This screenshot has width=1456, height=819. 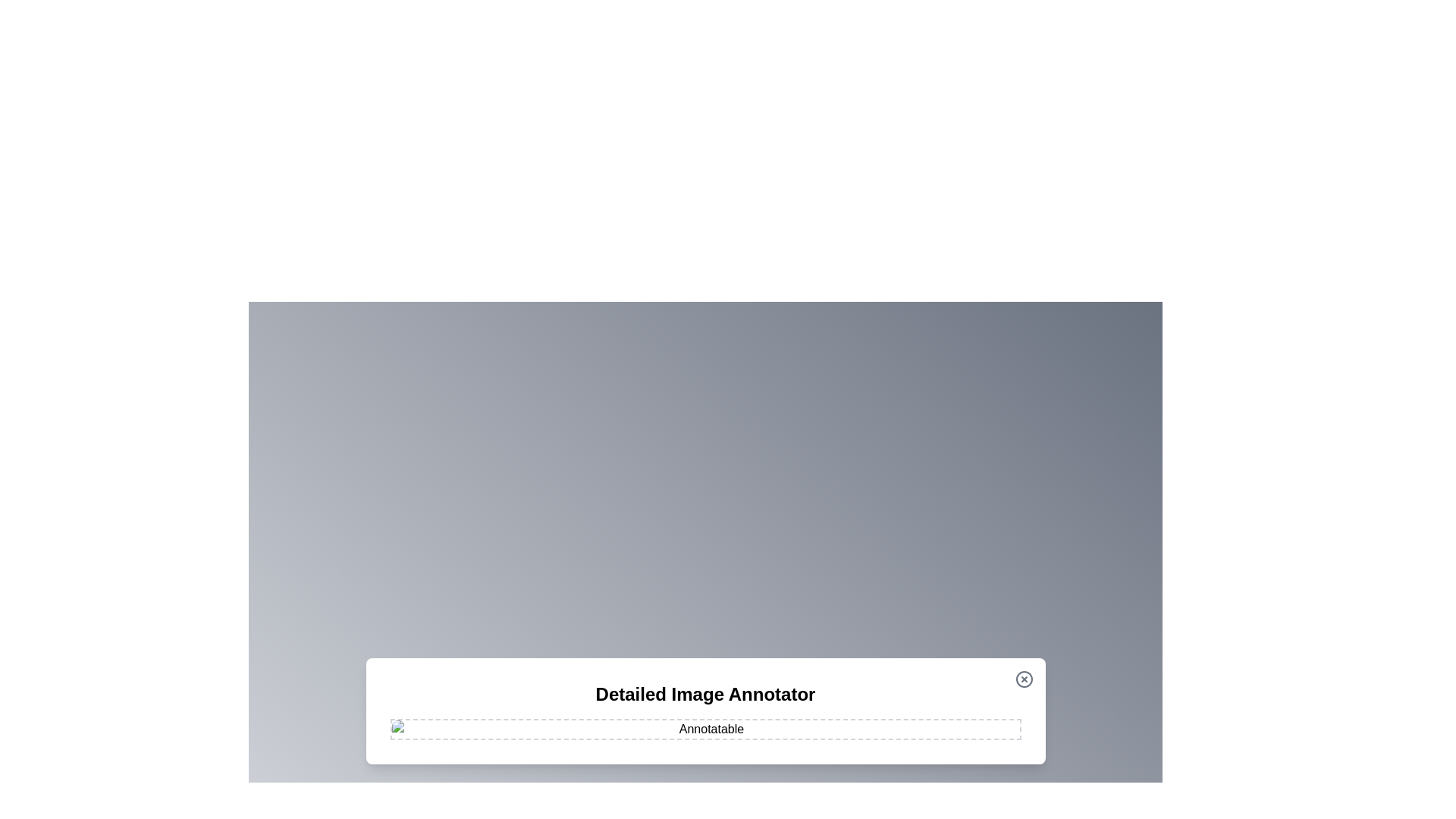 I want to click on the image at coordinates (1001, 968) to add an annotation, so click(x=759, y=733).